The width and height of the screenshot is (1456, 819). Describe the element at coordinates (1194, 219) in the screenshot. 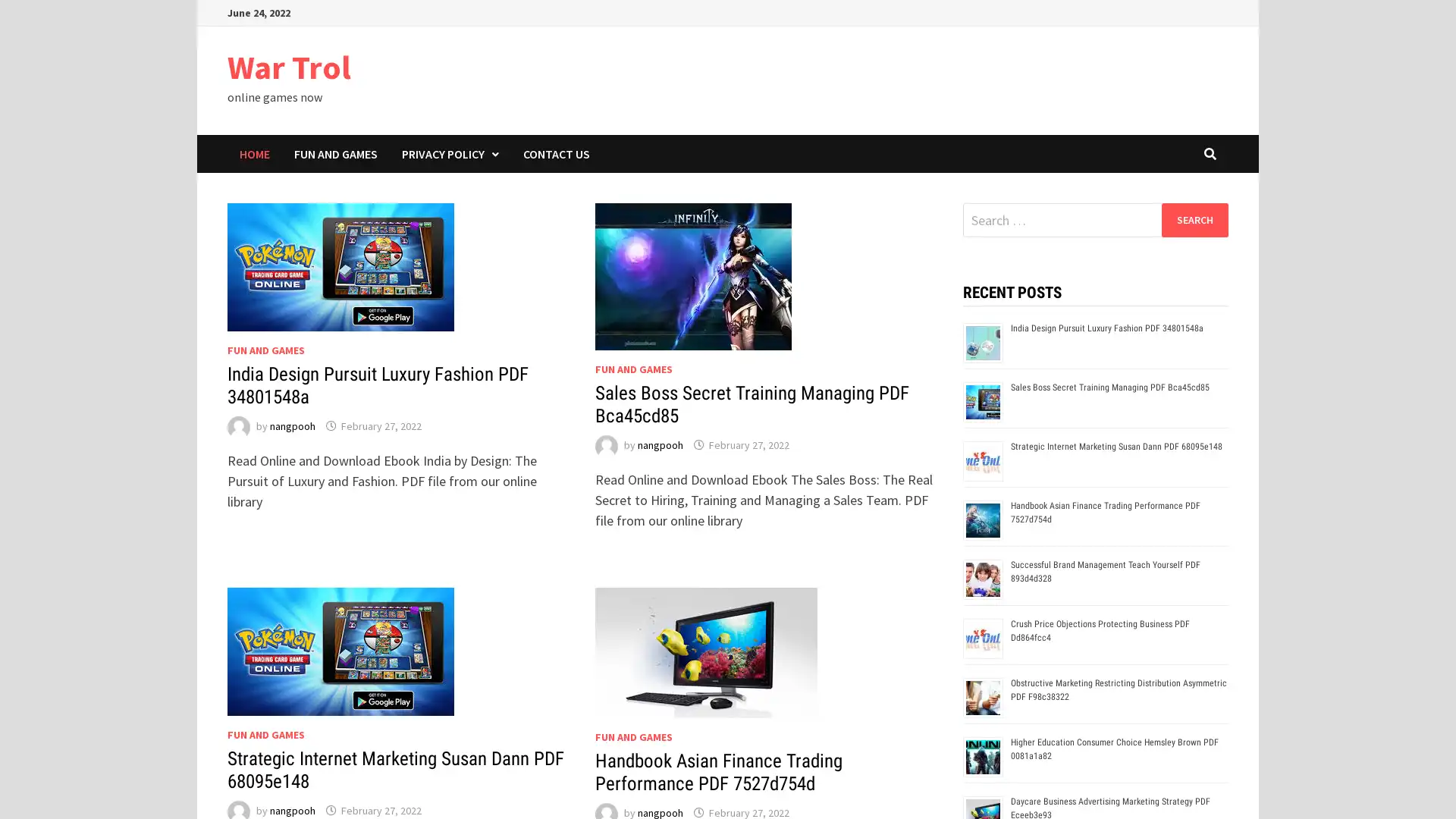

I see `Search` at that location.